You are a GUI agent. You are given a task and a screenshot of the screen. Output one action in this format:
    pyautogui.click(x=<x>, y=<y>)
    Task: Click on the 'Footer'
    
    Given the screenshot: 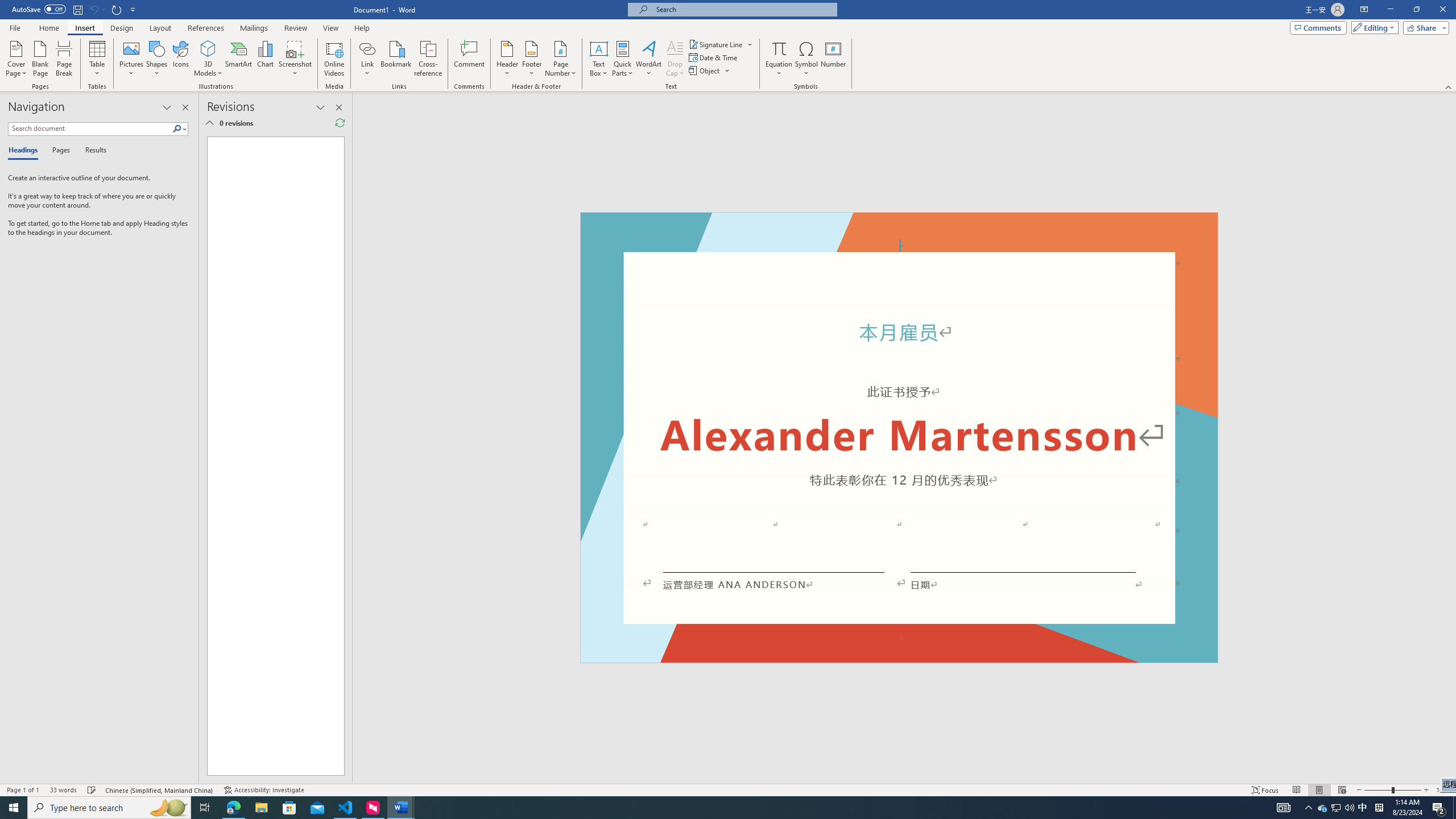 What is the action you would take?
    pyautogui.click(x=531, y=59)
    